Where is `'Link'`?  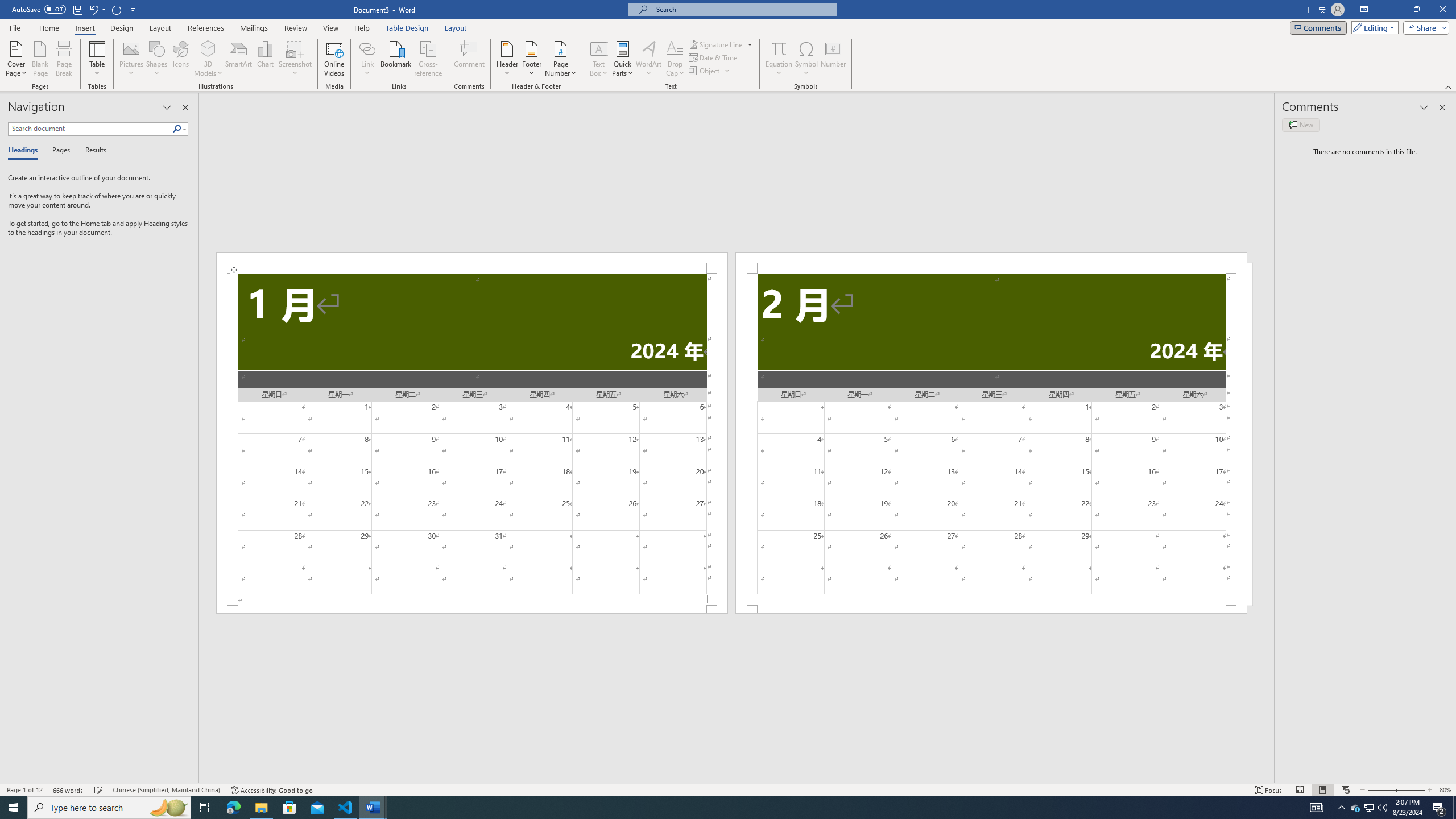
'Link' is located at coordinates (367, 59).